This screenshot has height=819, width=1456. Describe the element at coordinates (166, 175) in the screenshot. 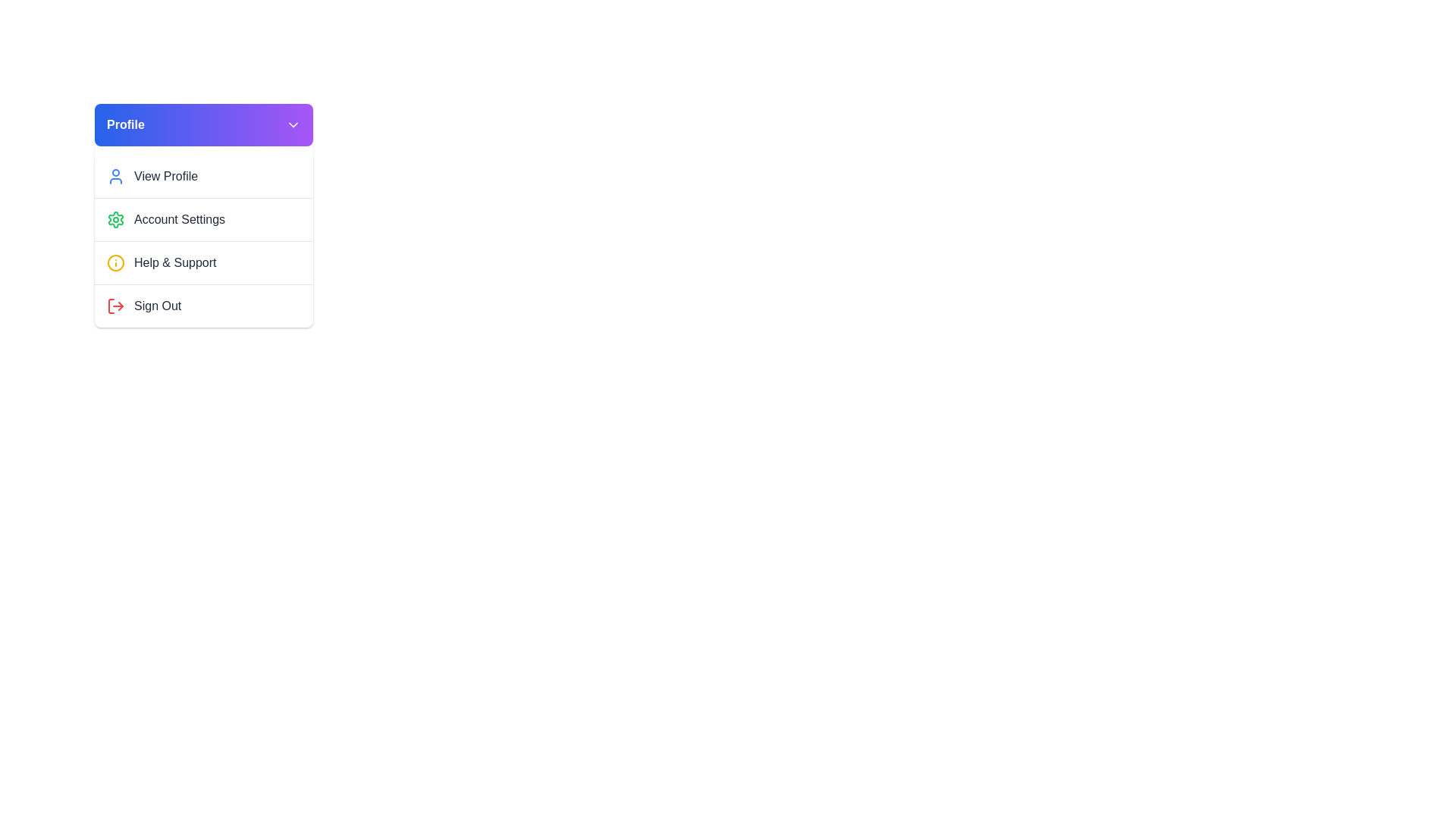

I see `the 'View Profile' text label, which is styled in medium dark gray and is the first item in the 'Profile' dropdown panel` at that location.